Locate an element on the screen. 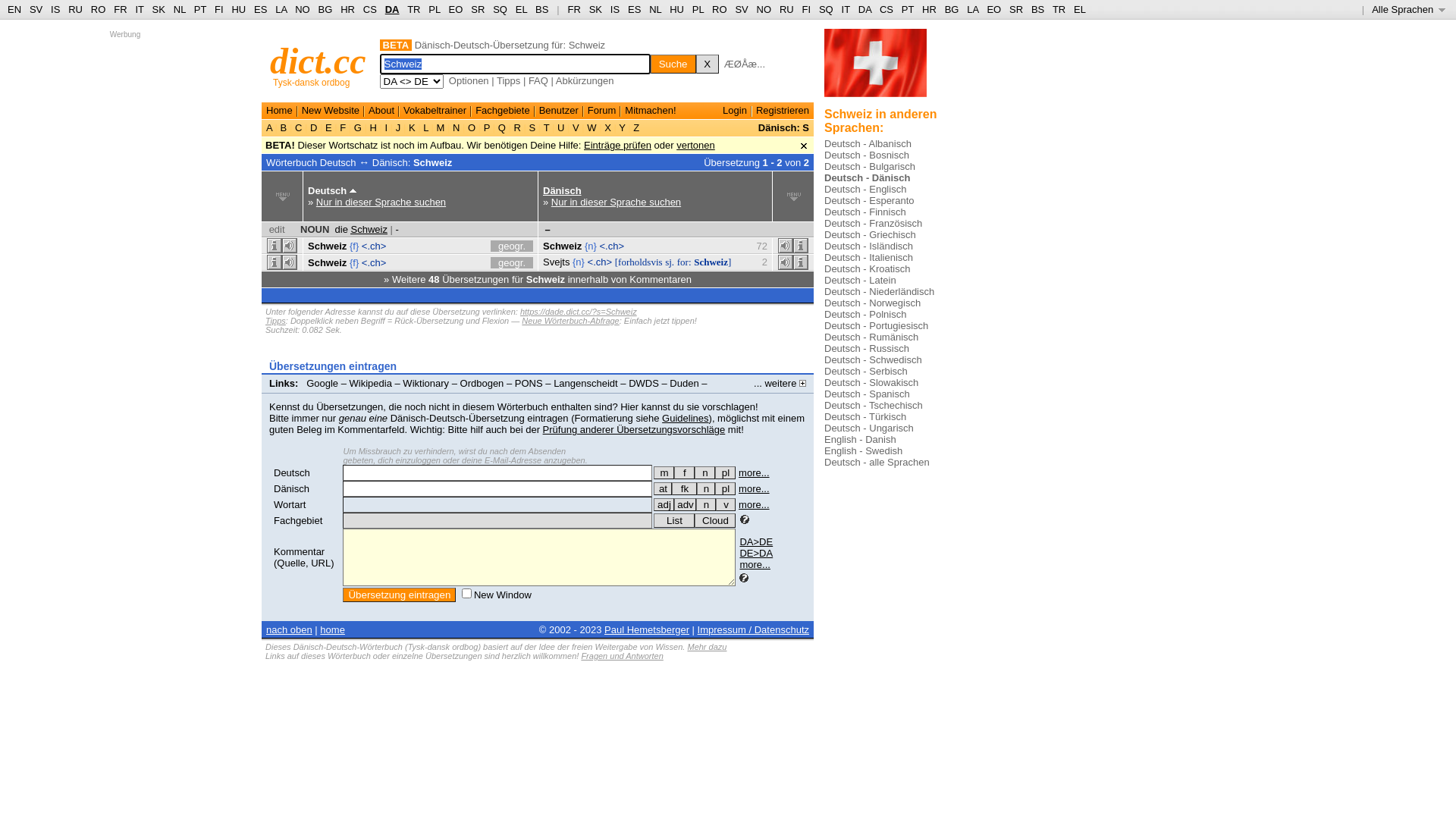  'G' is located at coordinates (356, 127).